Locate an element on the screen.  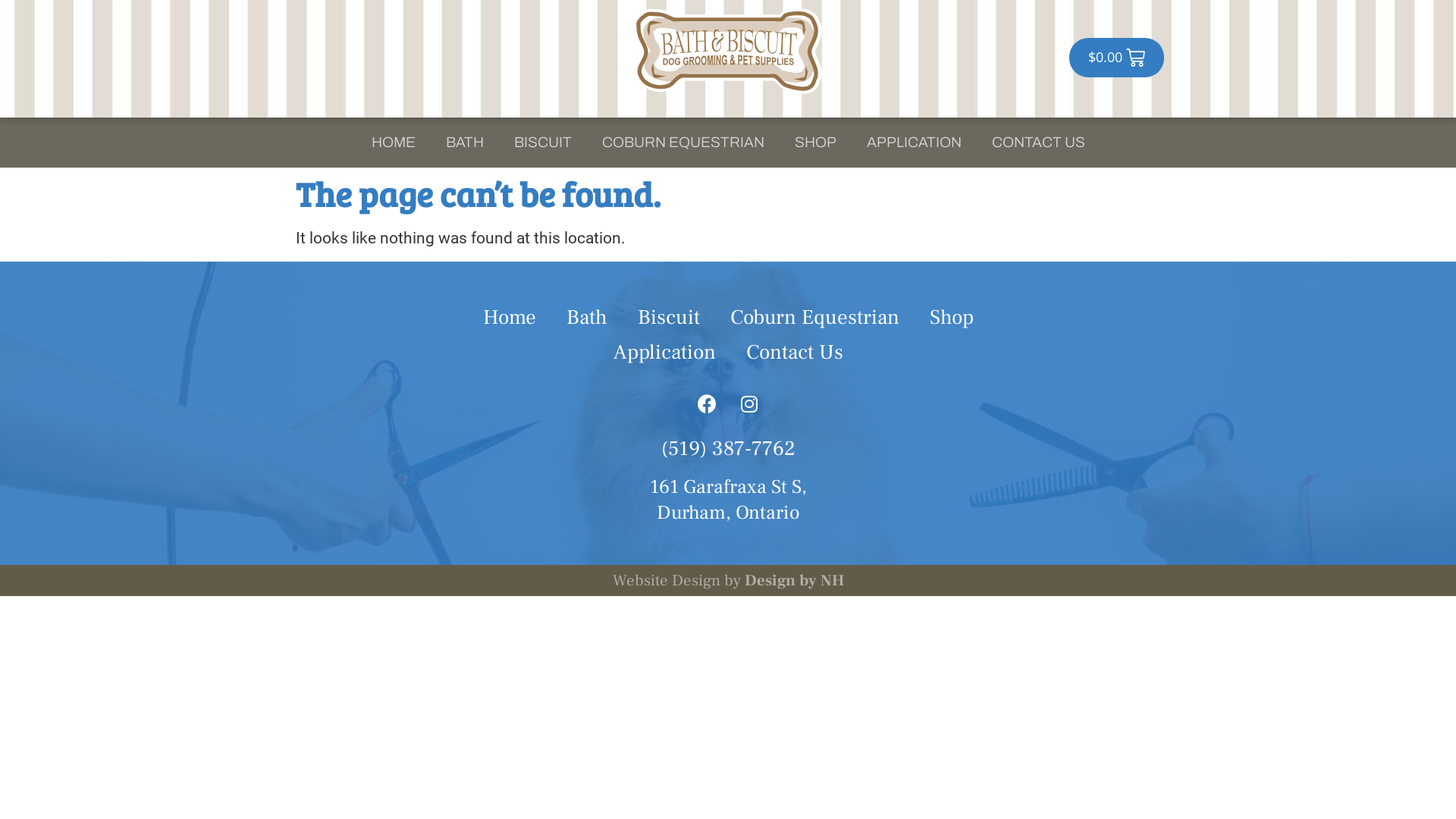
'COBURN EQUESTRIAN' is located at coordinates (682, 143).